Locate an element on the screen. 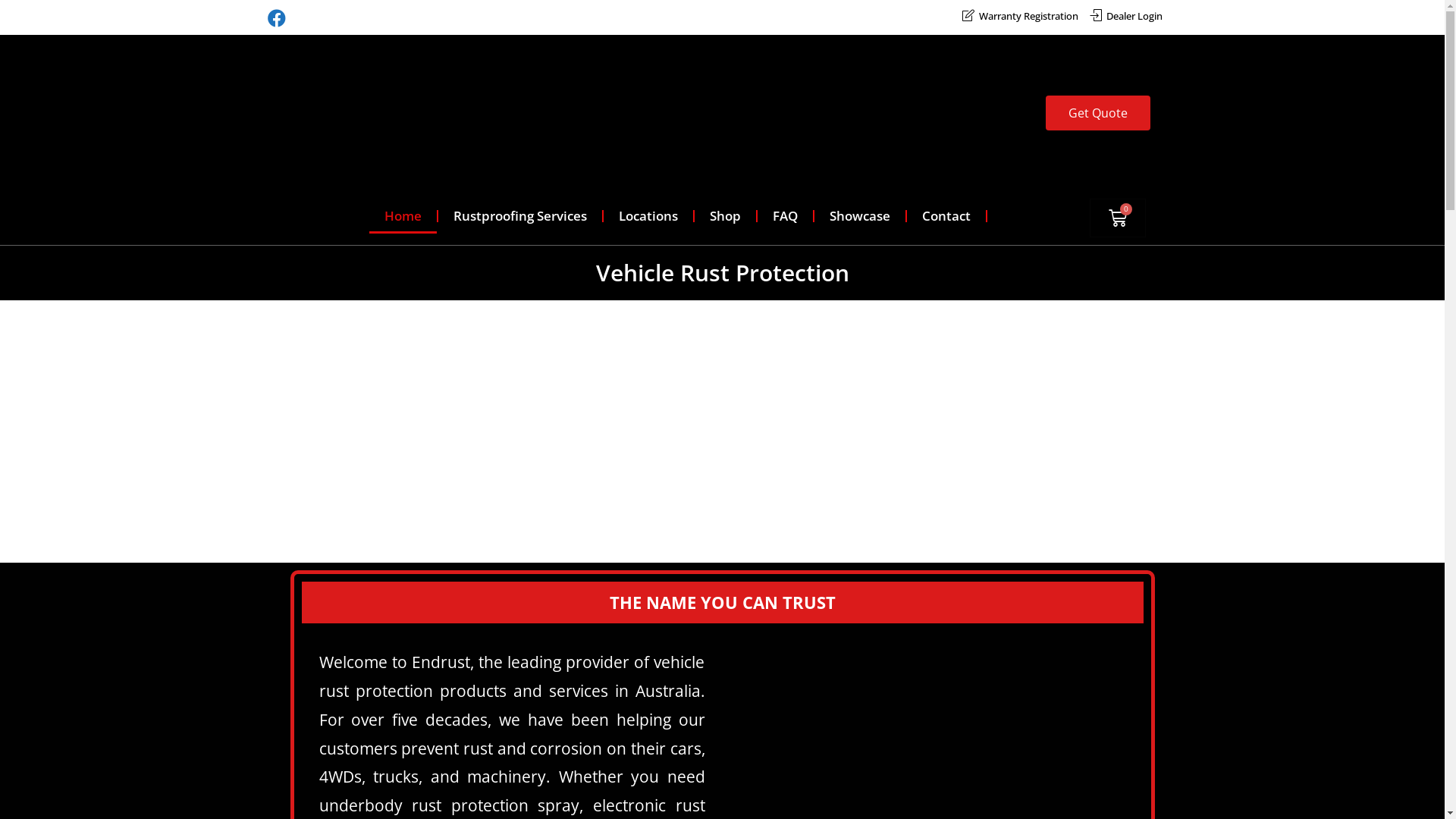  'FAQ' is located at coordinates (785, 216).